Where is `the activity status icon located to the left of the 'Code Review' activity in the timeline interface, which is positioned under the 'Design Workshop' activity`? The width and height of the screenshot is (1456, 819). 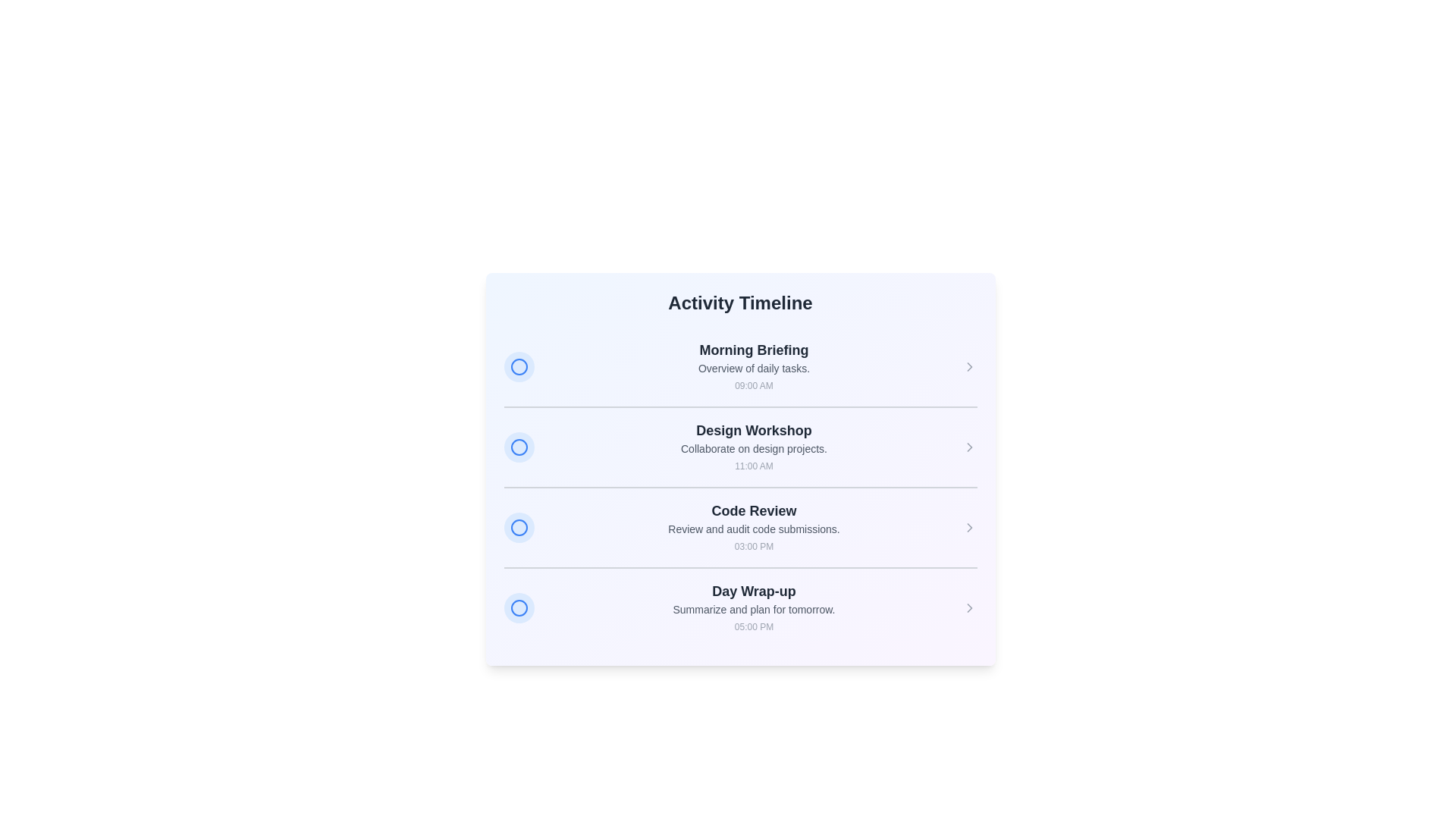
the activity status icon located to the left of the 'Code Review' activity in the timeline interface, which is positioned under the 'Design Workshop' activity is located at coordinates (519, 526).